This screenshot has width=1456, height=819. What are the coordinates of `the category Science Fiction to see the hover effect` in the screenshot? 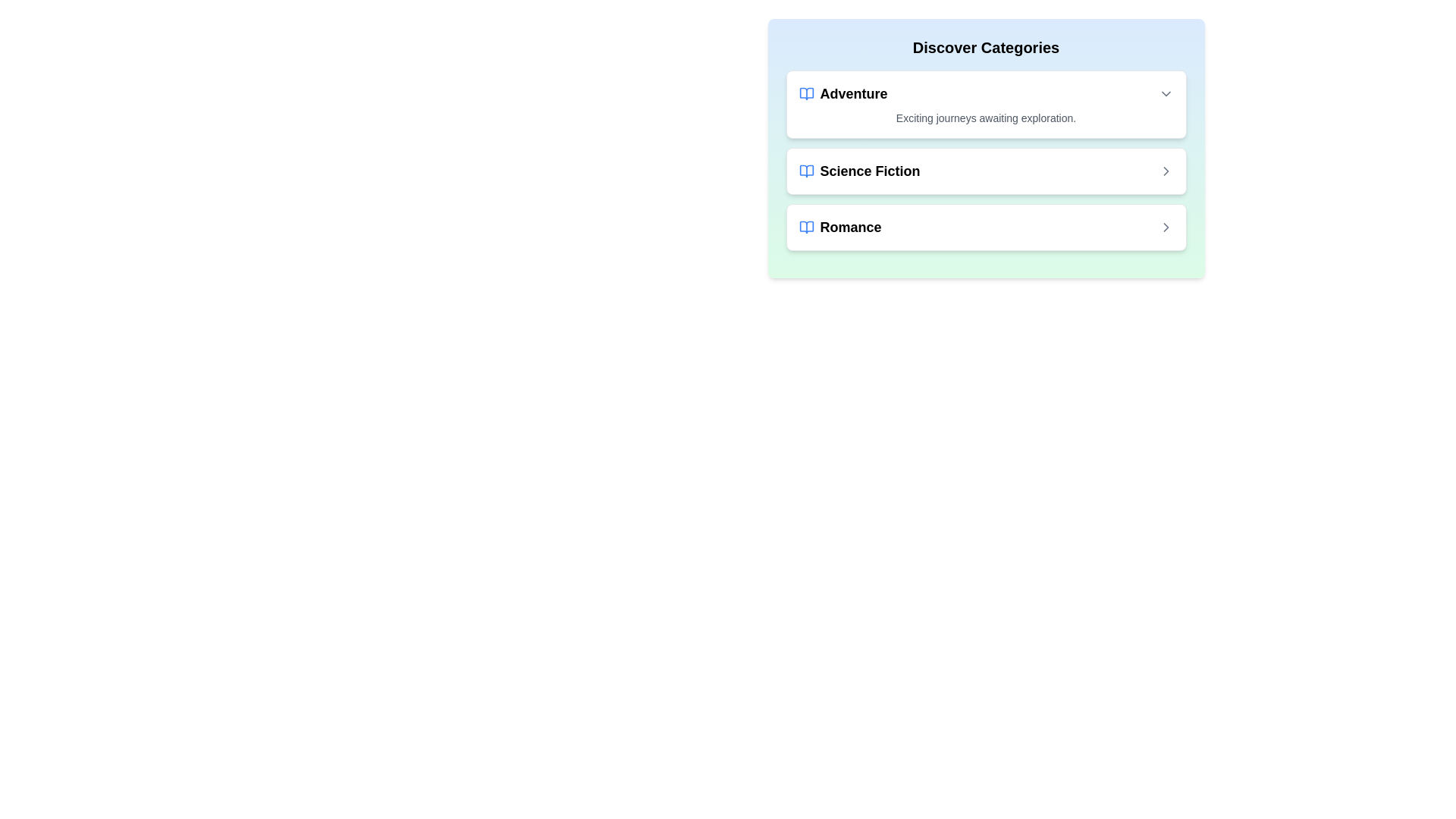 It's located at (986, 171).